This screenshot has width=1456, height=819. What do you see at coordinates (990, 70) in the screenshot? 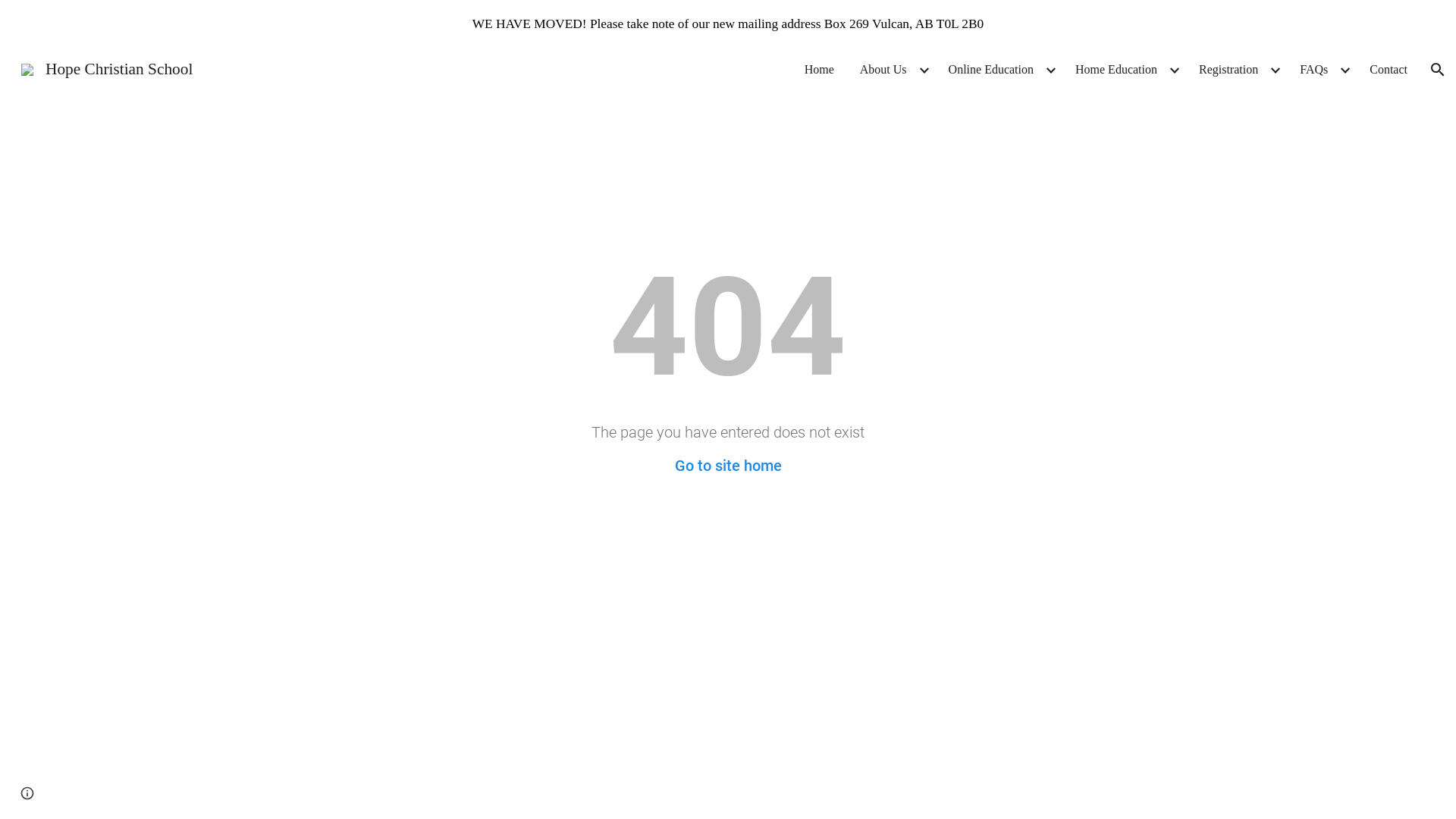
I see `'Online Education'` at bounding box center [990, 70].